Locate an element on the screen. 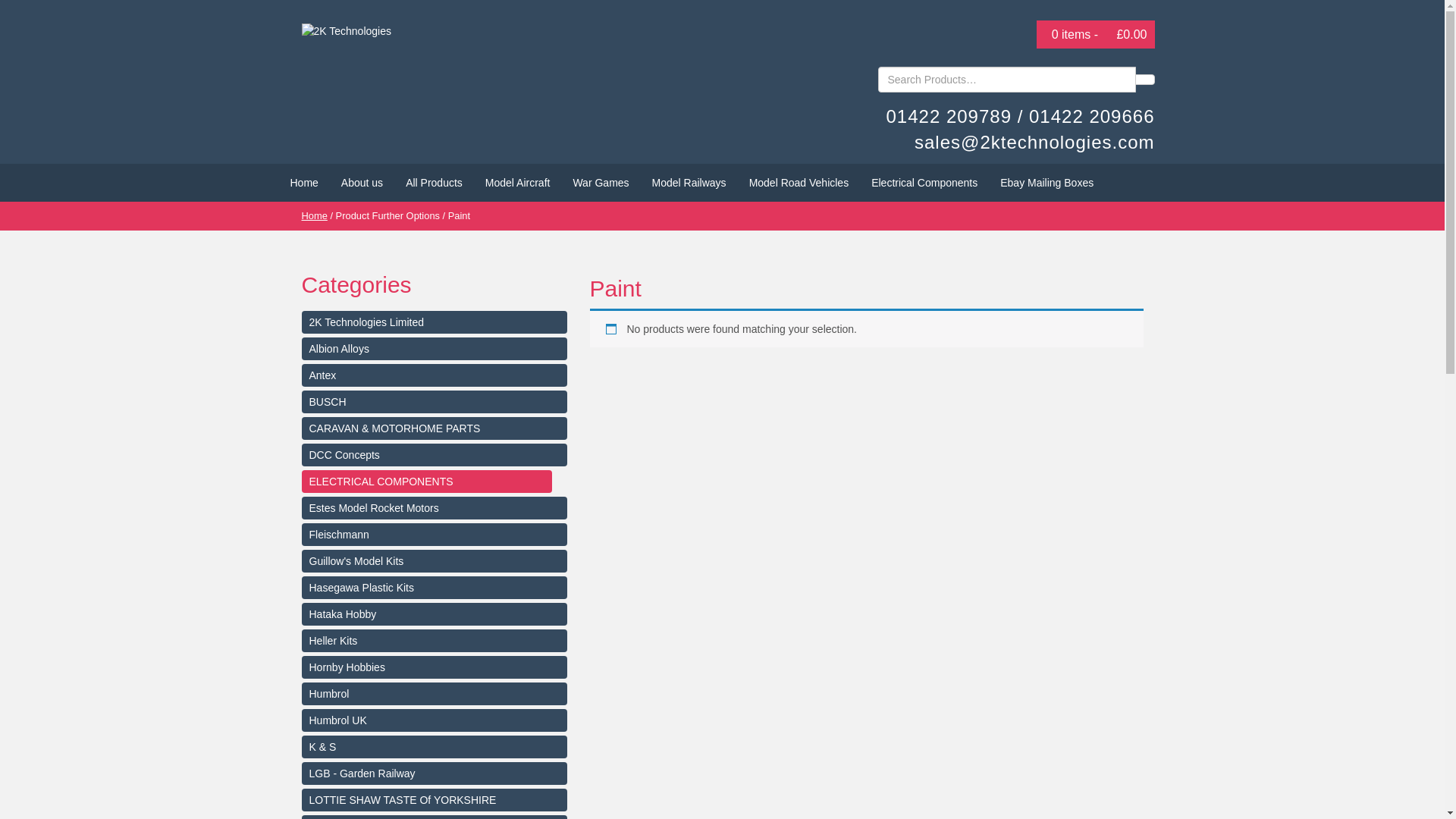 Image resolution: width=1456 pixels, height=819 pixels. 'Hornby Hobbies' is located at coordinates (433, 666).